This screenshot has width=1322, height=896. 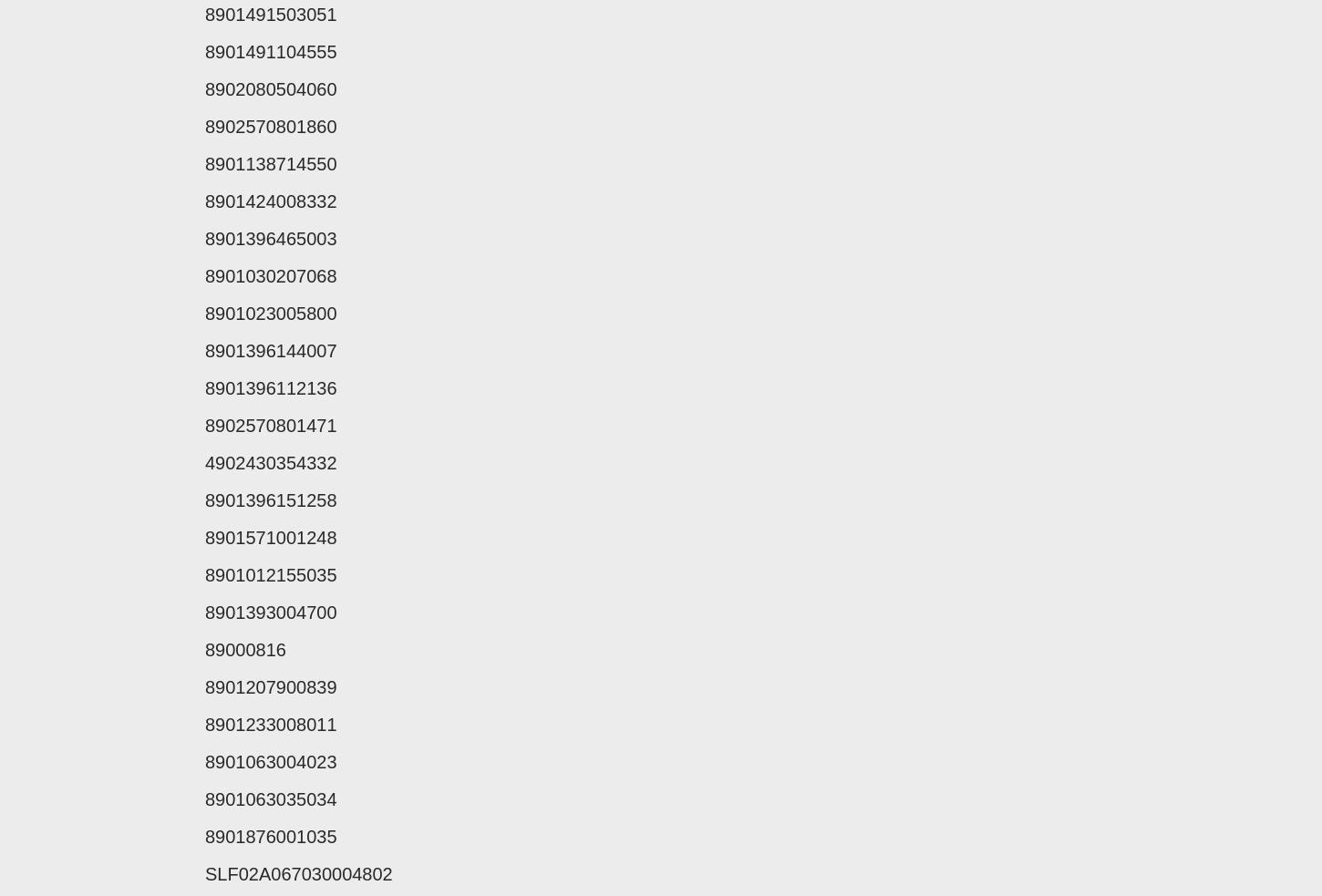 What do you see at coordinates (298, 874) in the screenshot?
I see `'SLF02A067030004802'` at bounding box center [298, 874].